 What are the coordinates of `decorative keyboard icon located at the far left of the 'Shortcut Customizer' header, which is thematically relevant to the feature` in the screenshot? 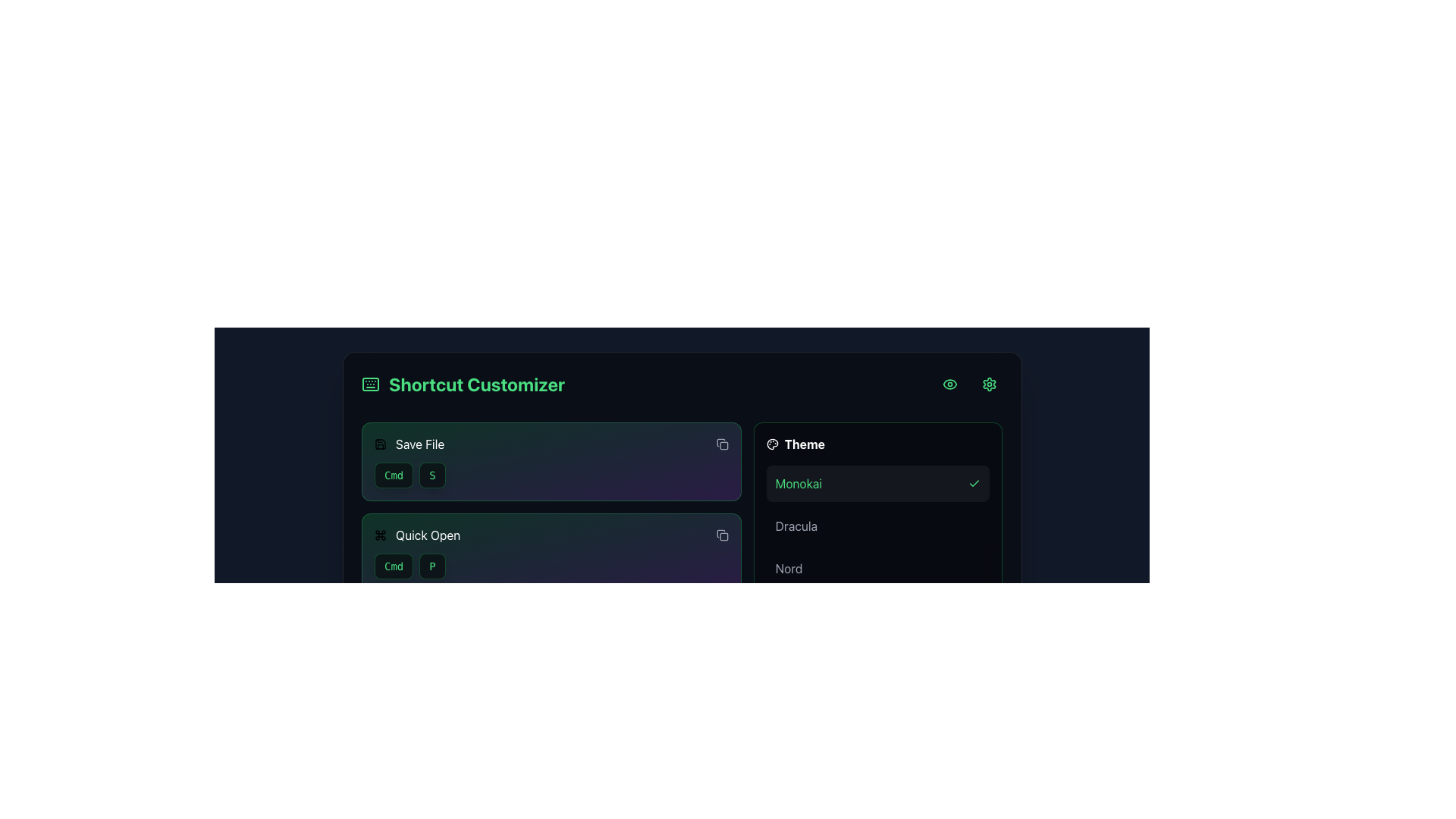 It's located at (370, 383).